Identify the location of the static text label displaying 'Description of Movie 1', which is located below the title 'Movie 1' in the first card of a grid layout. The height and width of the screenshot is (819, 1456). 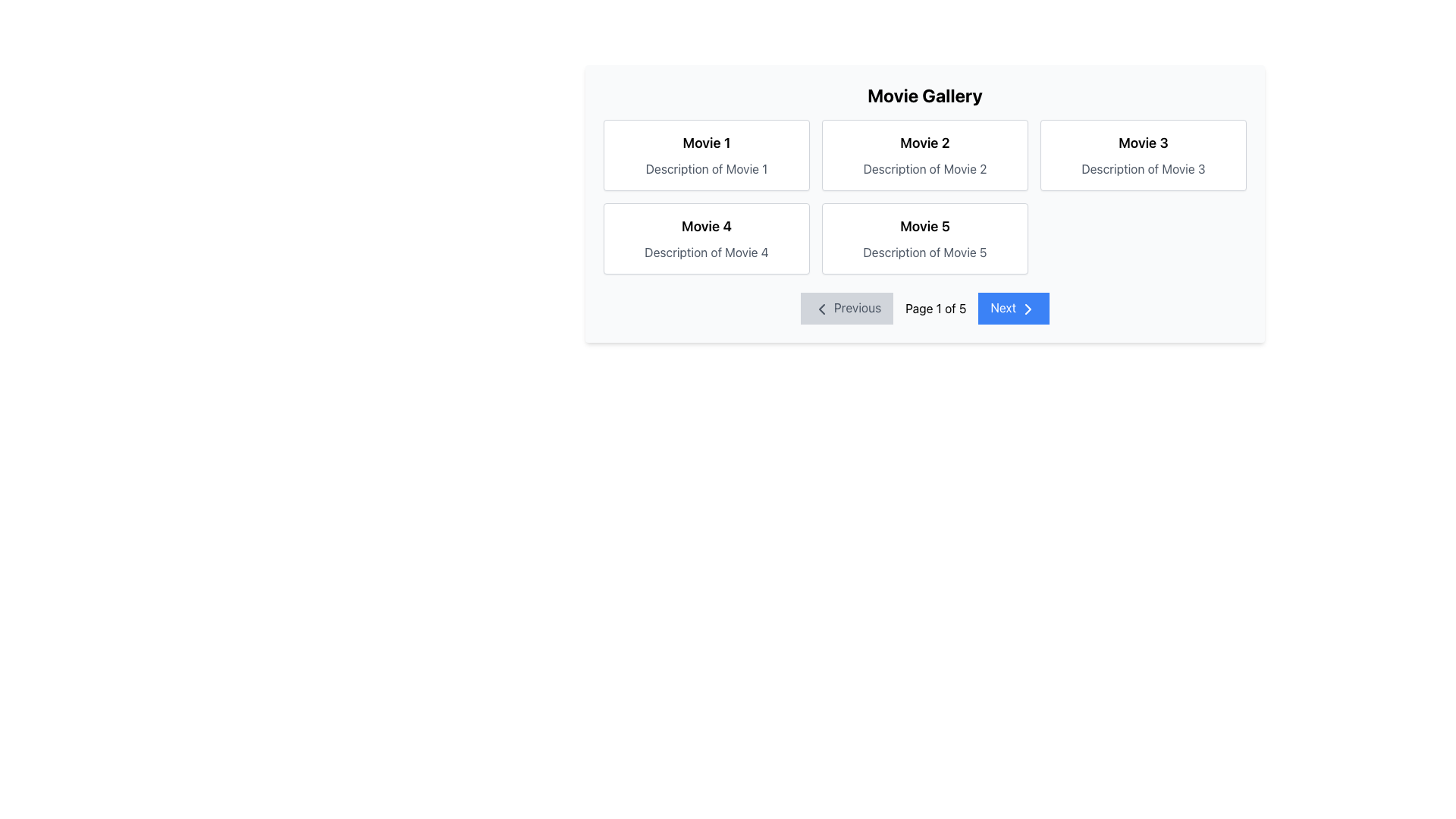
(705, 169).